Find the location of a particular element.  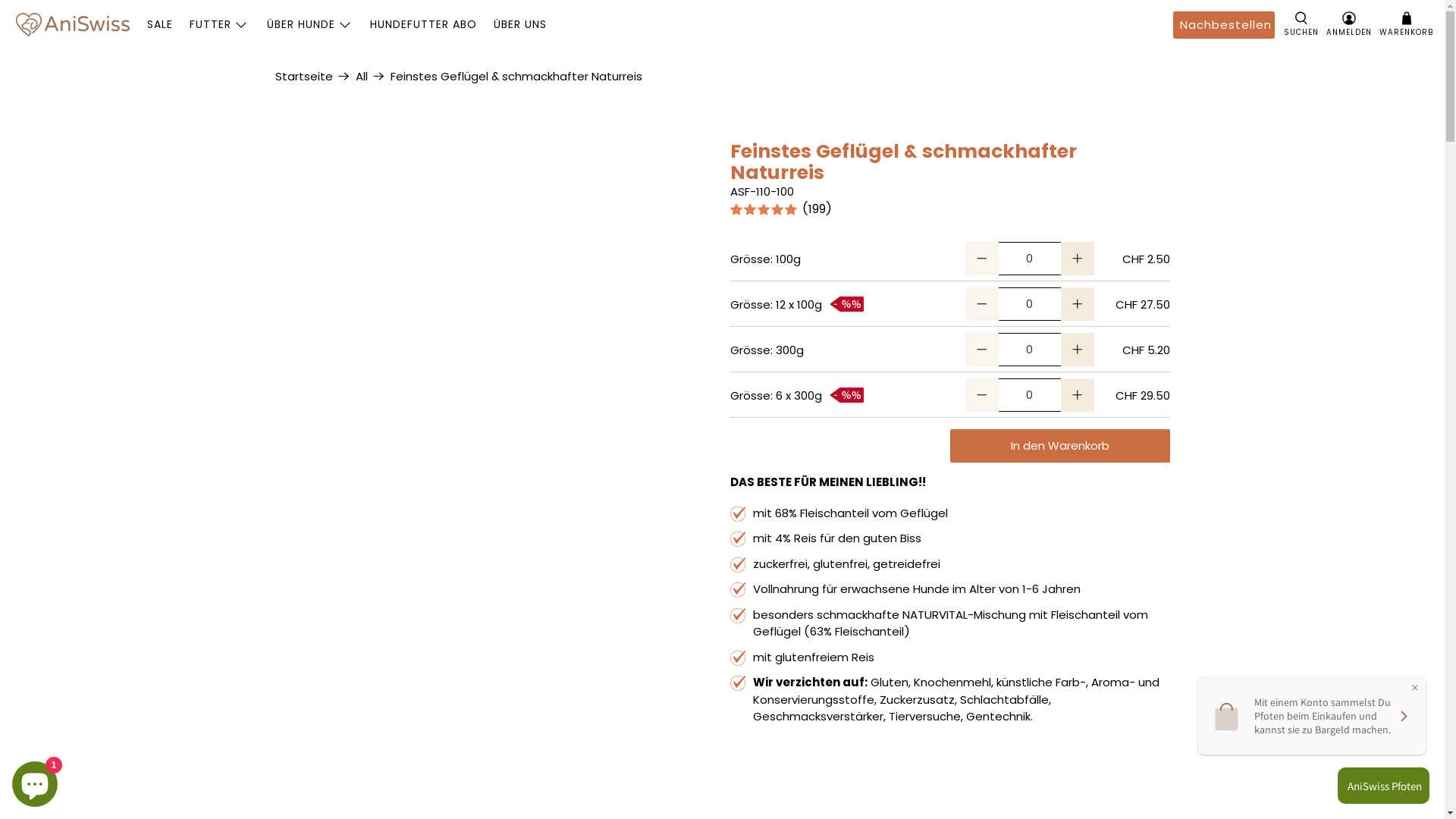

'Ani-Swiss GmbH' is located at coordinates (72, 24).